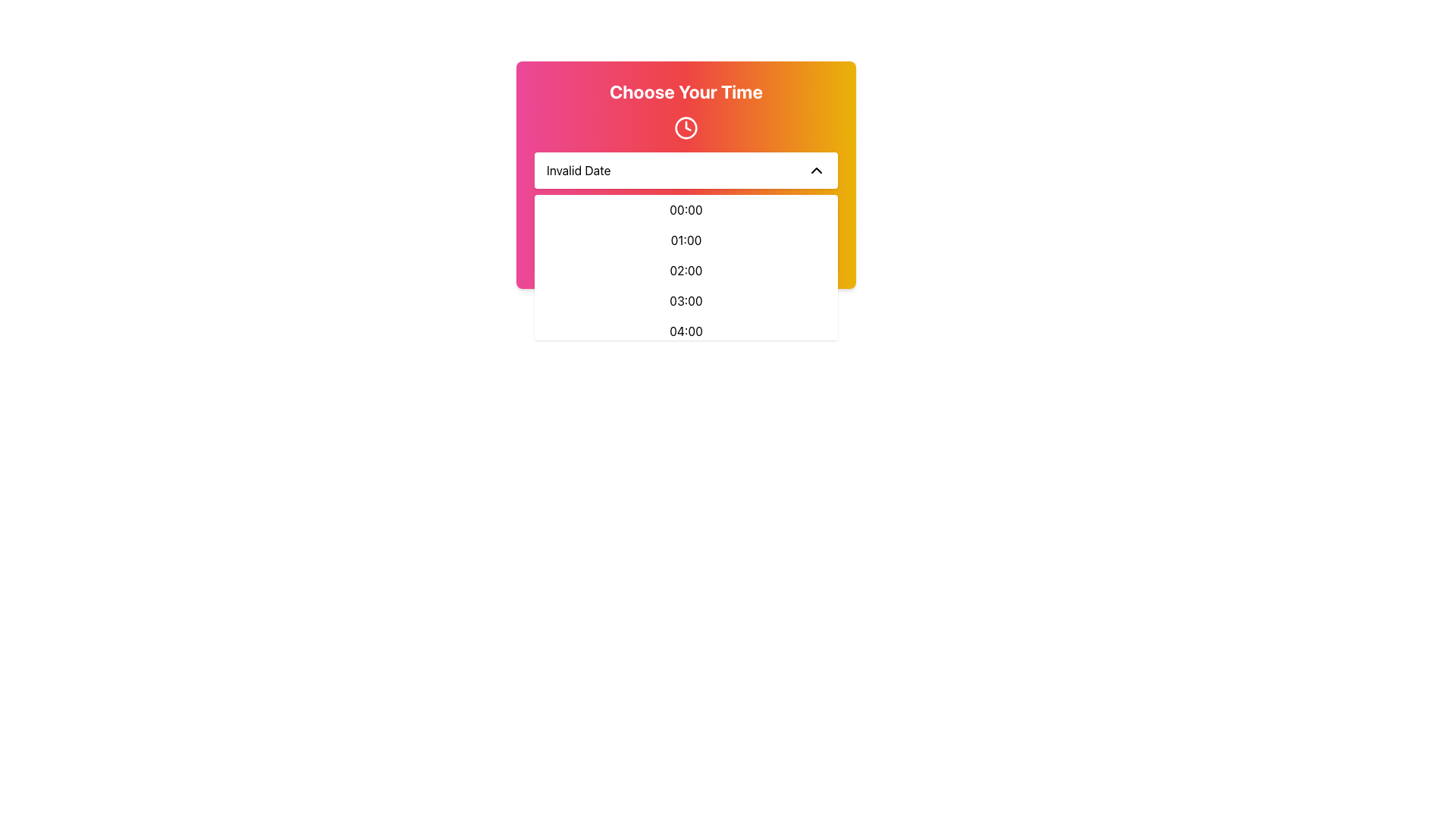 This screenshot has width=1456, height=819. I want to click on the dropdown menu trigger labeled 'Invalid Date', so click(686, 170).